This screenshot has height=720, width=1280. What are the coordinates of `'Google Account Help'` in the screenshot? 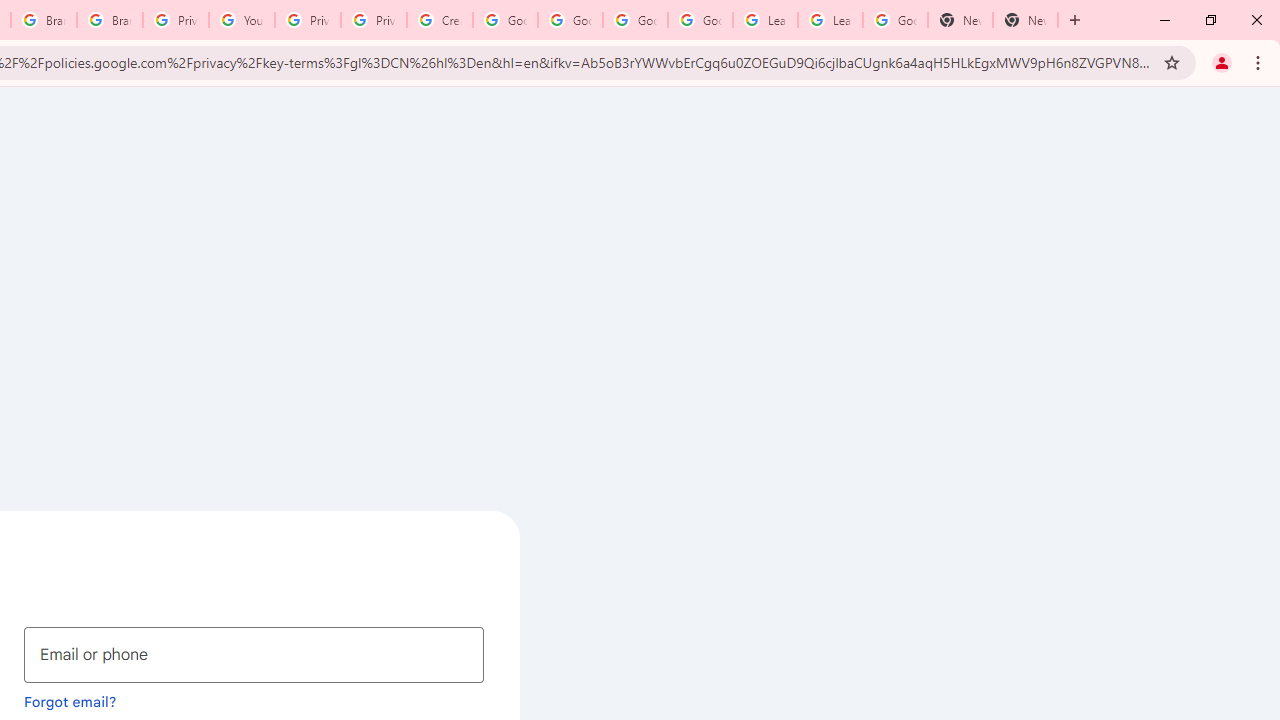 It's located at (504, 20).